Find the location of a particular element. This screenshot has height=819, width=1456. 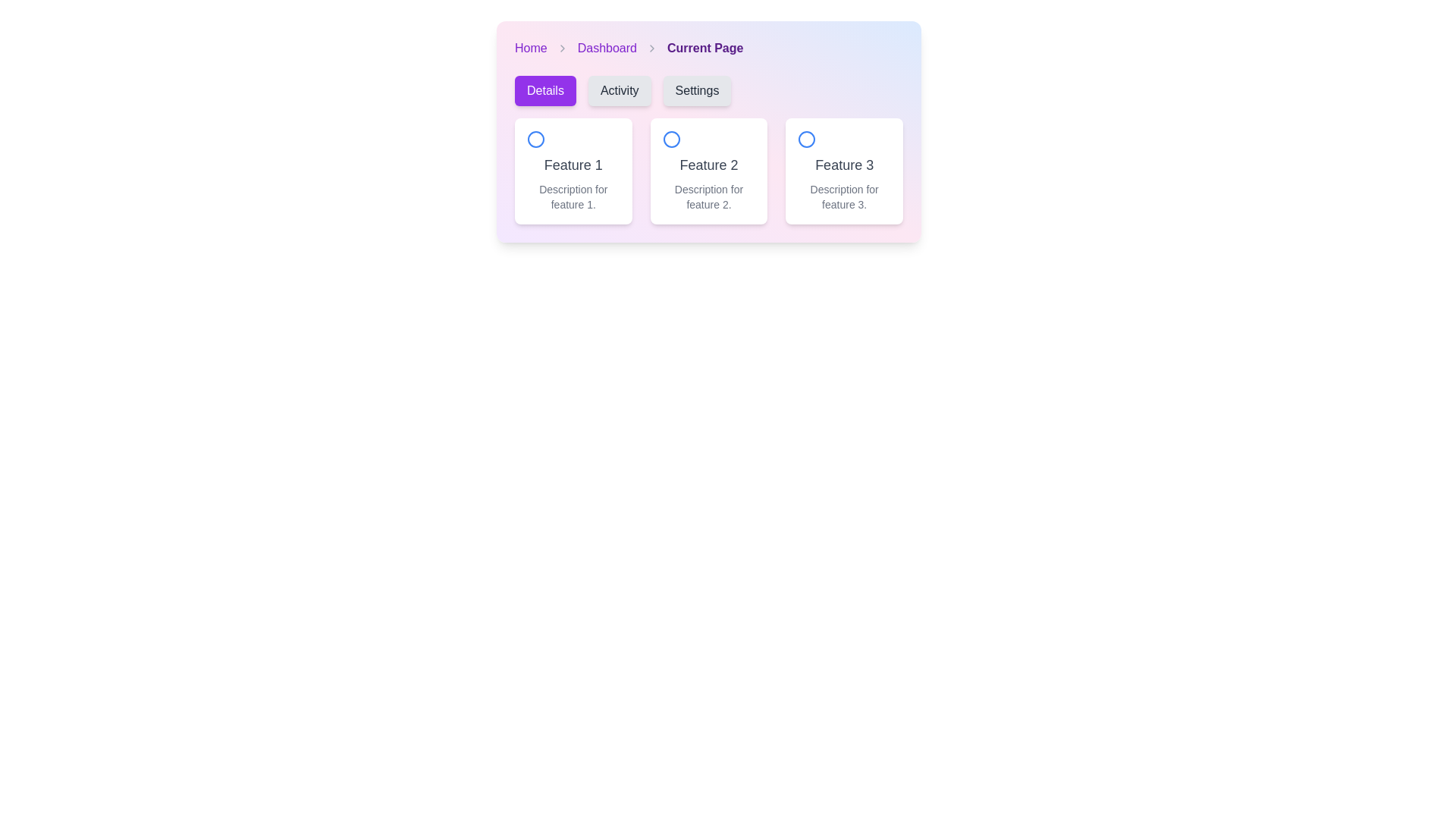

the Information card that provides details about 'Feature 2', located in the middle column of the grid layout is located at coordinates (708, 171).